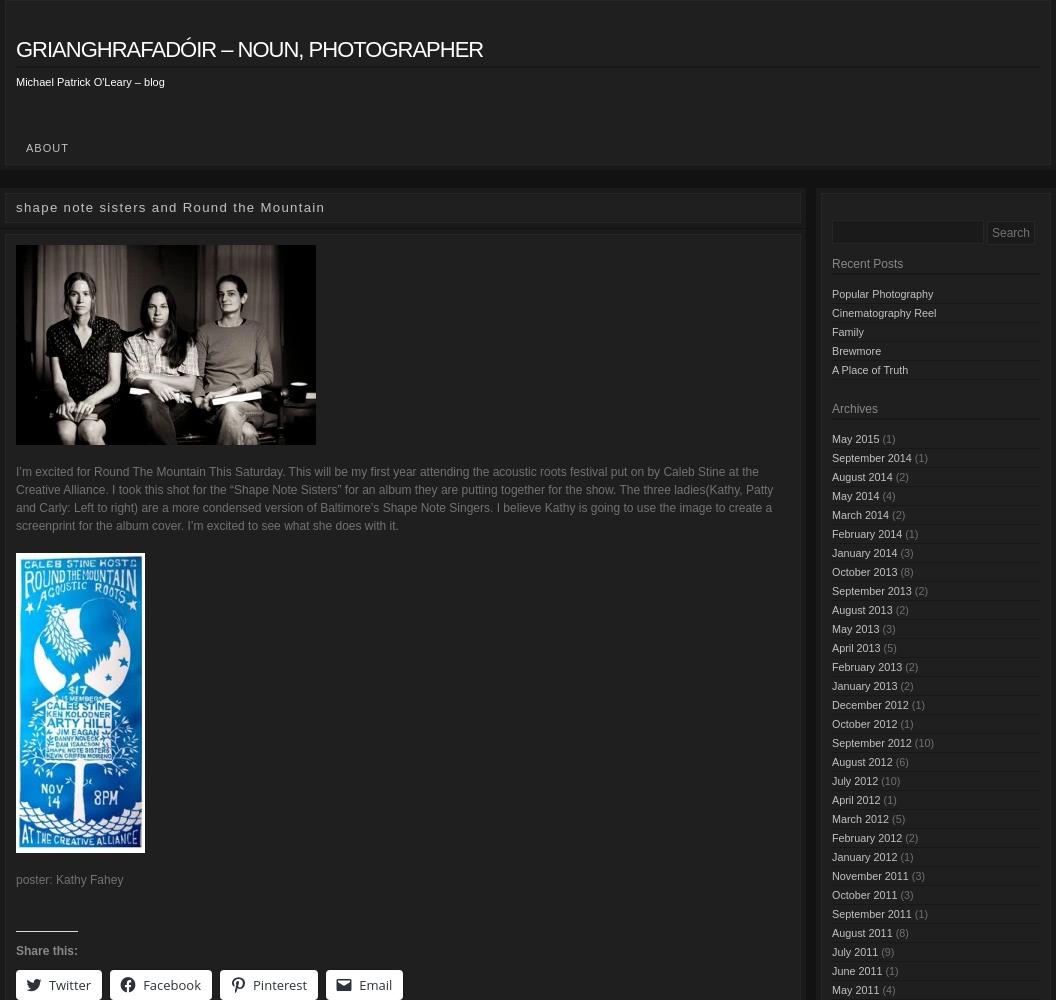 This screenshot has height=1000, width=1056. I want to click on 'February 2014', so click(832, 533).